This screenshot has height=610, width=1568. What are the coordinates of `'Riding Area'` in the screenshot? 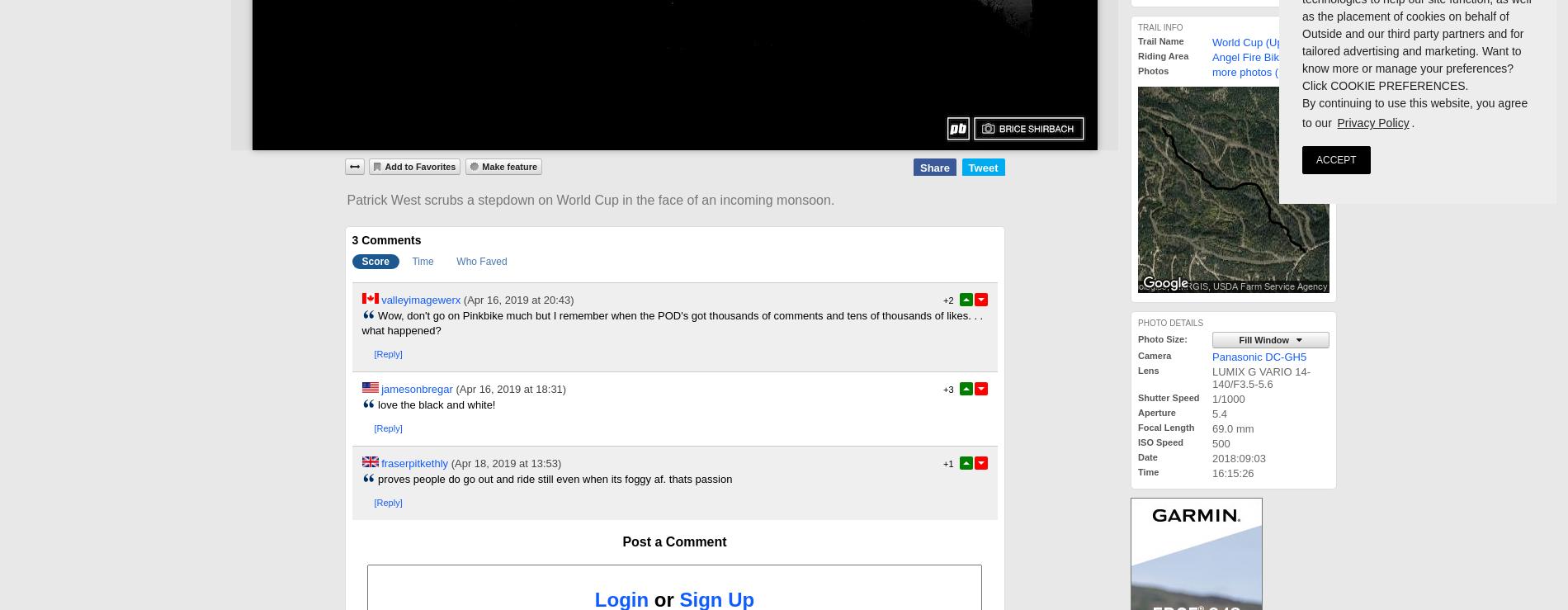 It's located at (1162, 55).